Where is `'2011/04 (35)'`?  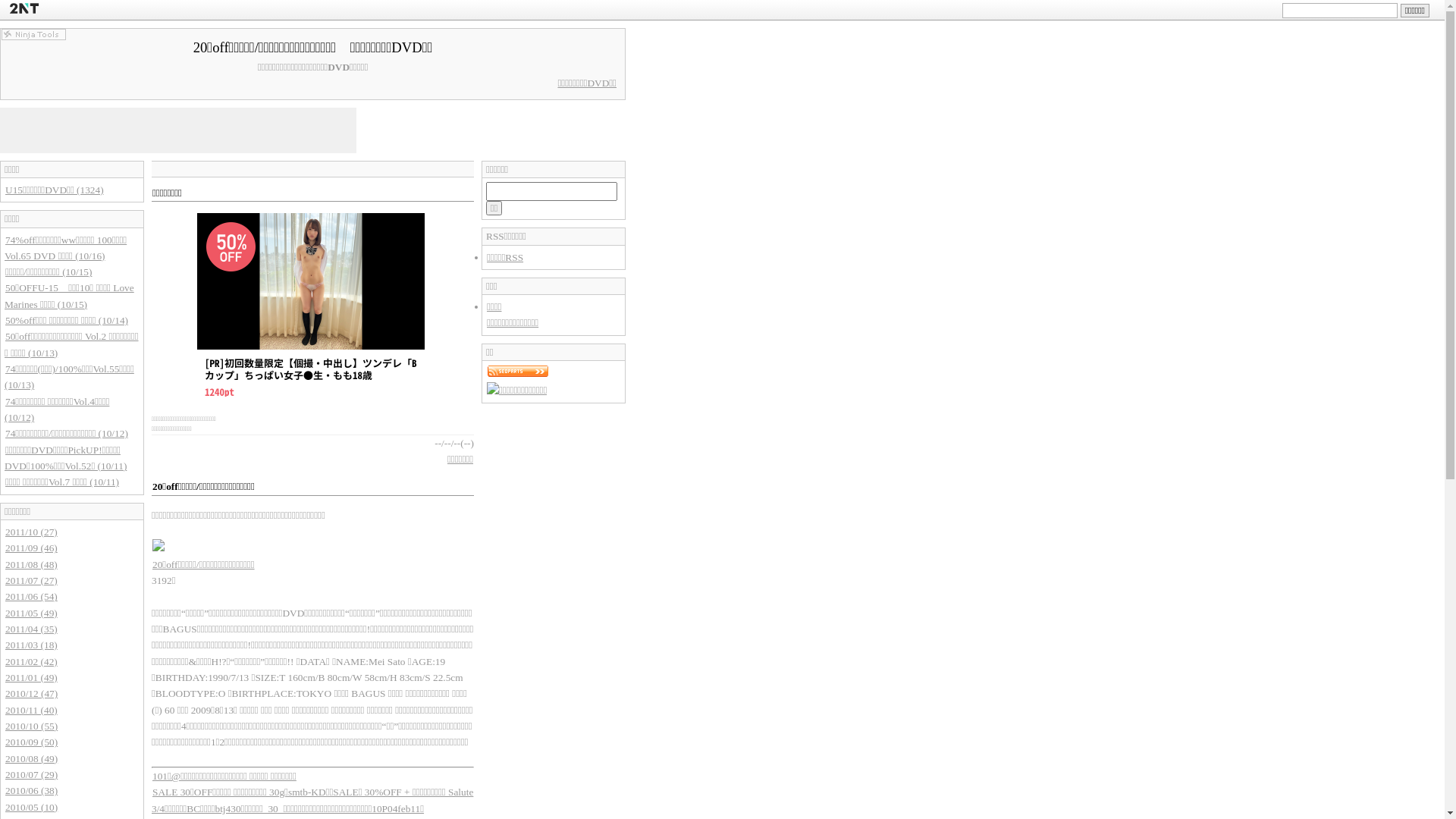
'2011/04 (35)' is located at coordinates (4, 629).